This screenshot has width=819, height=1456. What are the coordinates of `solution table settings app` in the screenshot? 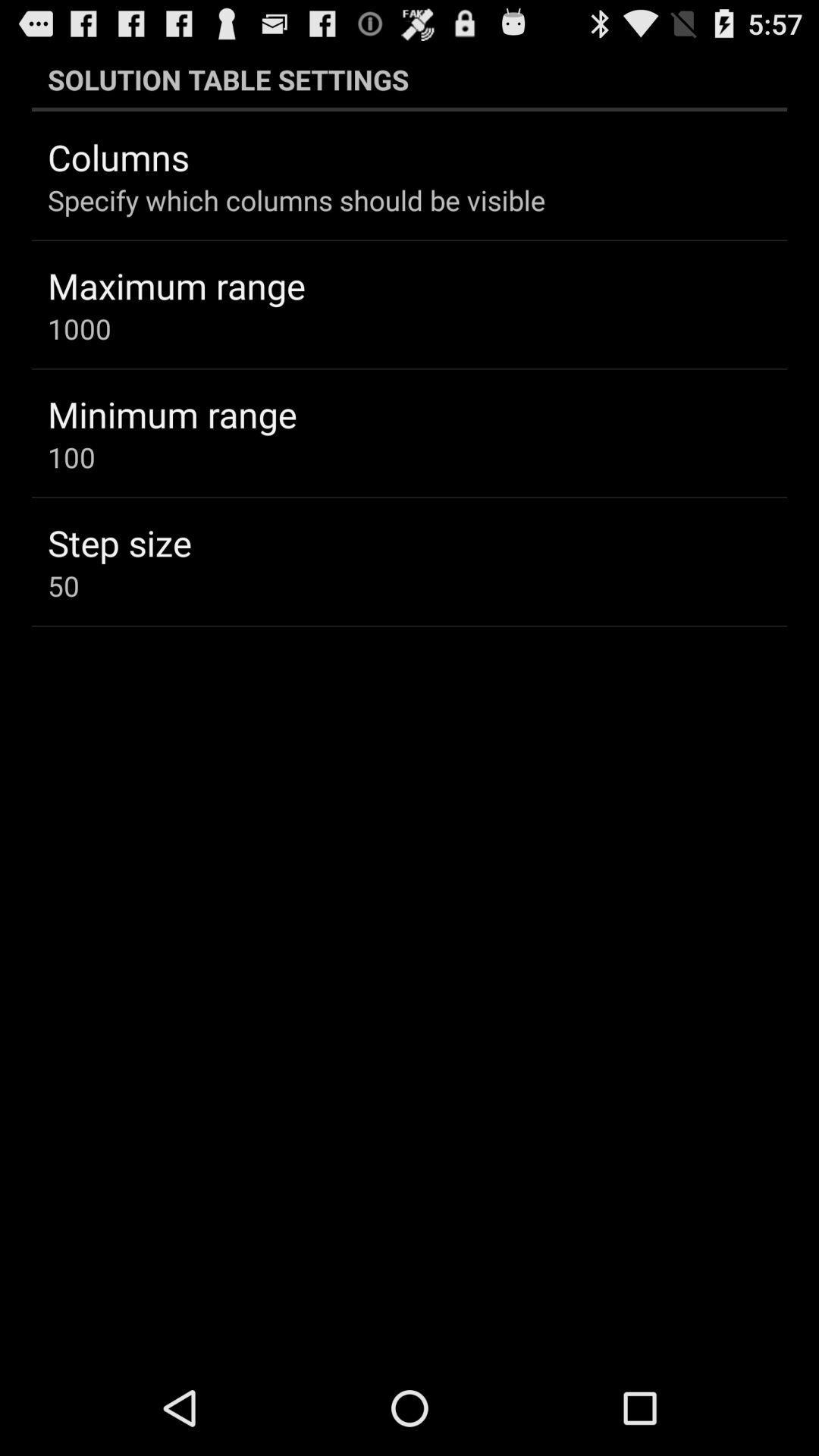 It's located at (409, 79).